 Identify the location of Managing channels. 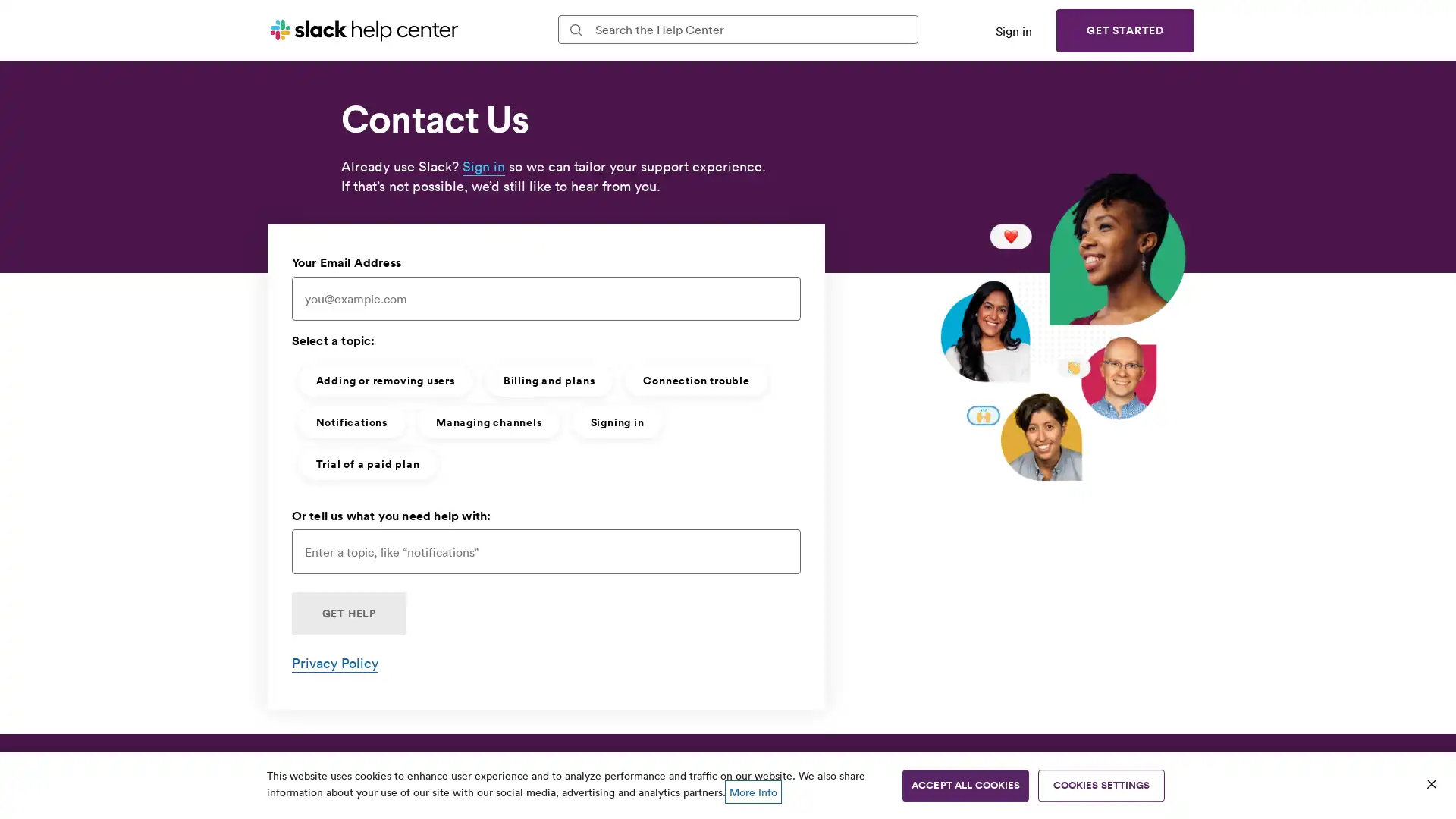
(488, 421).